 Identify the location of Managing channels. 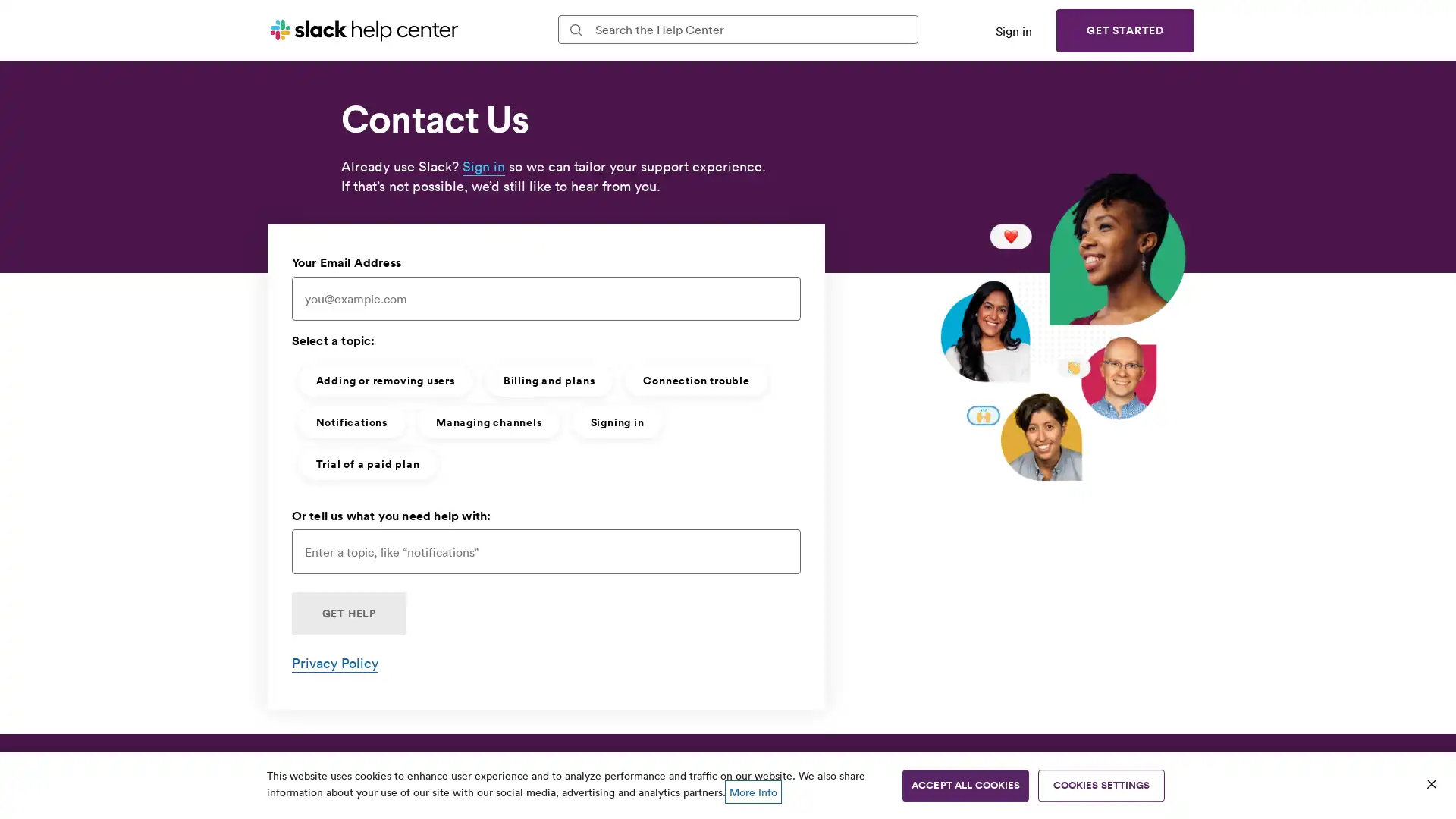
(488, 421).